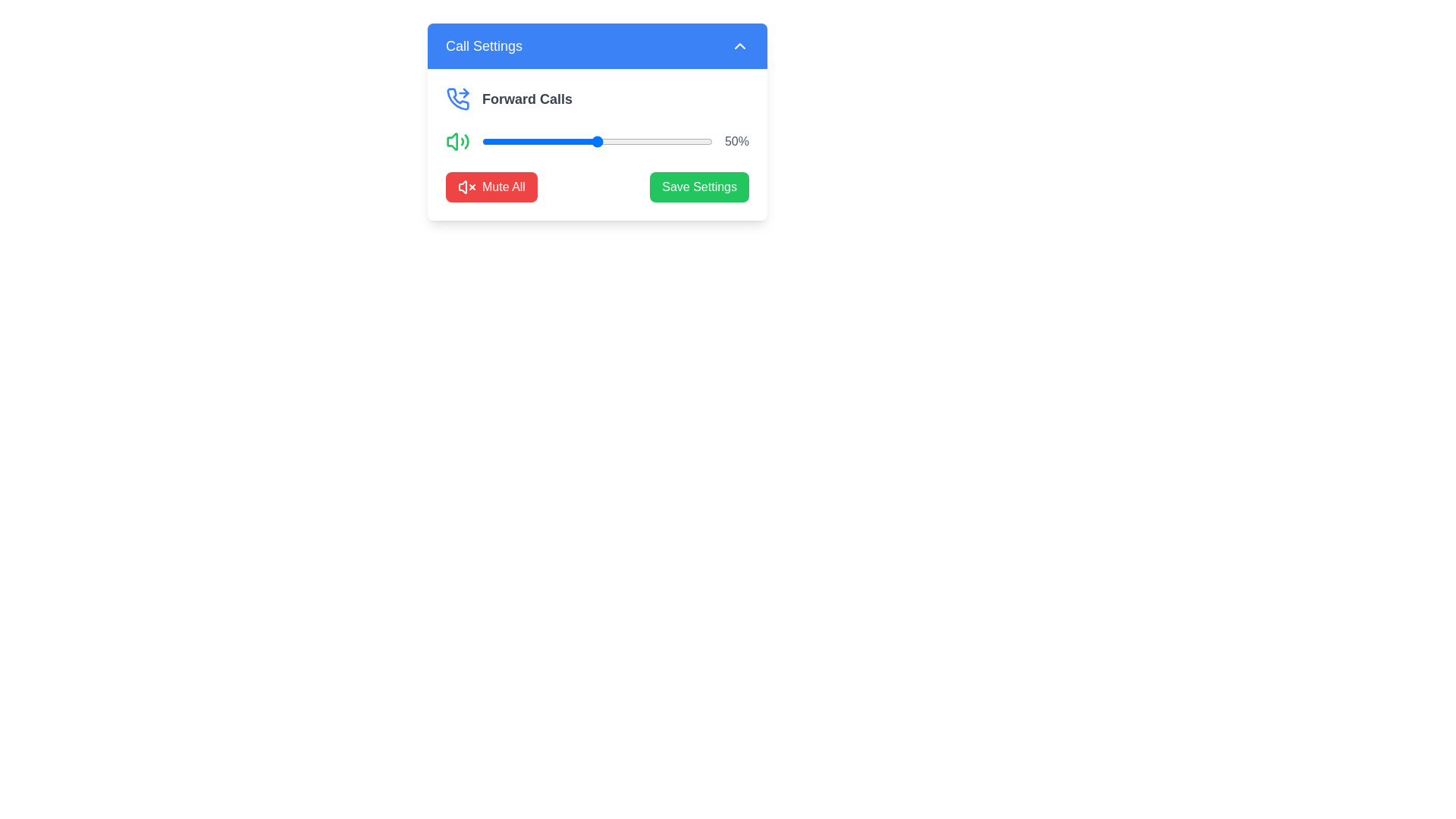 The image size is (1456, 819). What do you see at coordinates (594, 141) in the screenshot?
I see `the slider` at bounding box center [594, 141].